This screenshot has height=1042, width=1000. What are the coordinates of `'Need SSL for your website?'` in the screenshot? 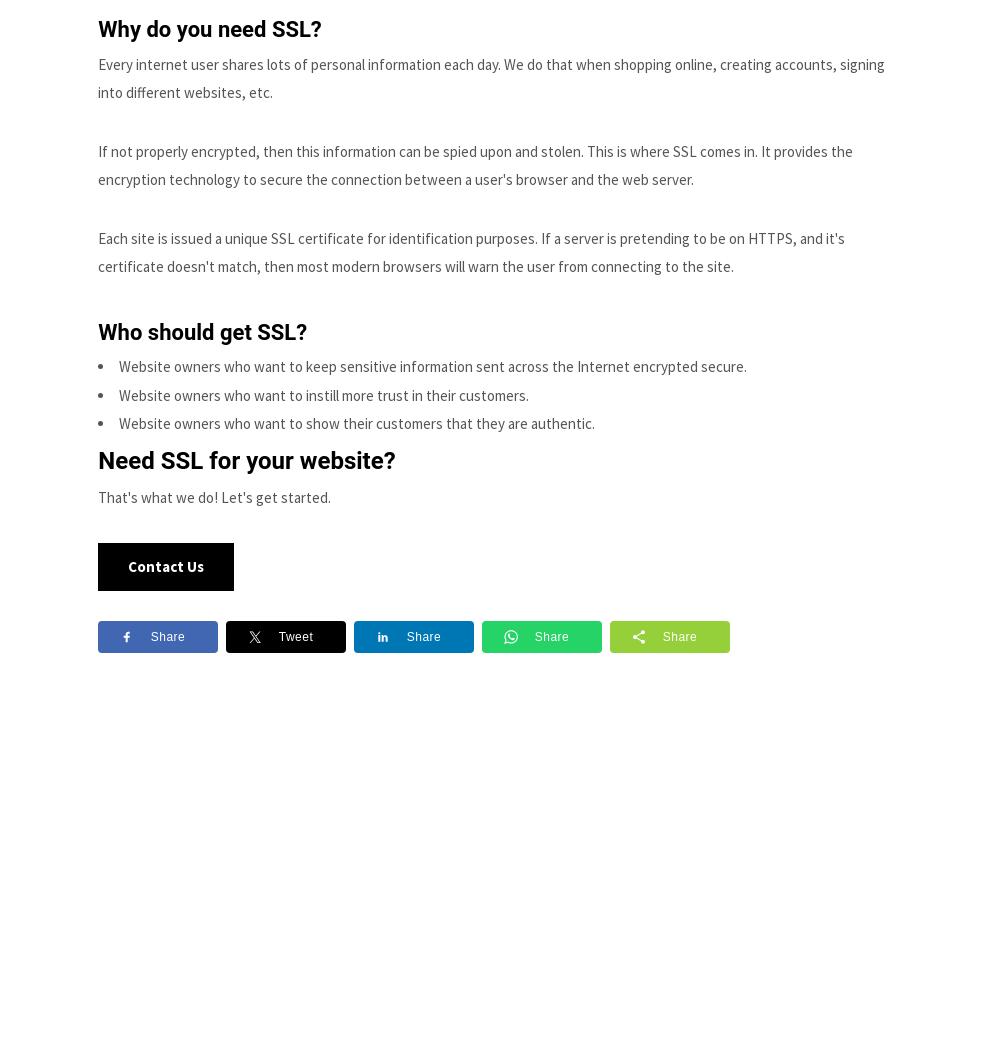 It's located at (97, 460).